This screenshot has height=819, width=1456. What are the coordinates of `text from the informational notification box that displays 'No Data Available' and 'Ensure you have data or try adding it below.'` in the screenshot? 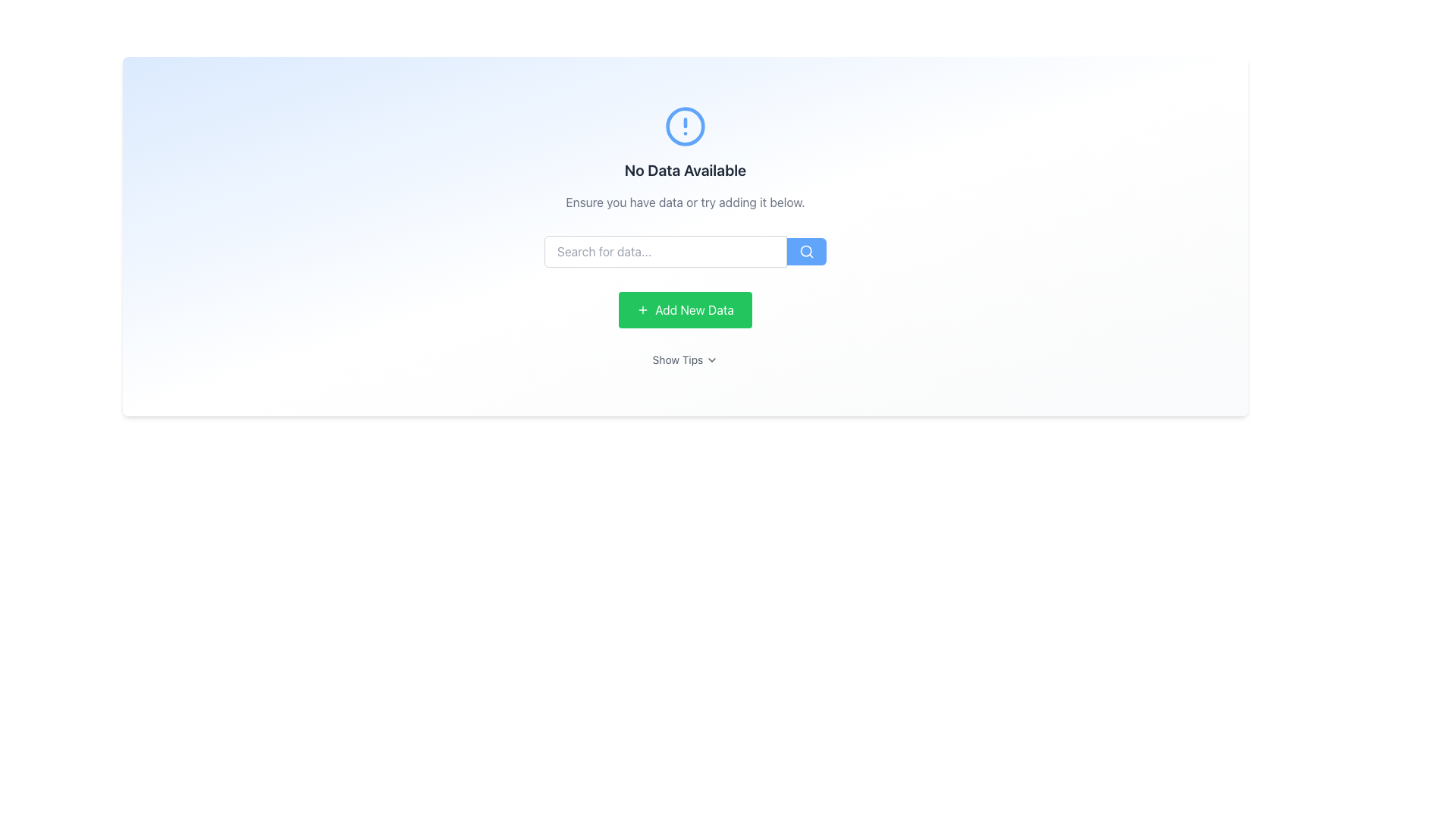 It's located at (684, 158).